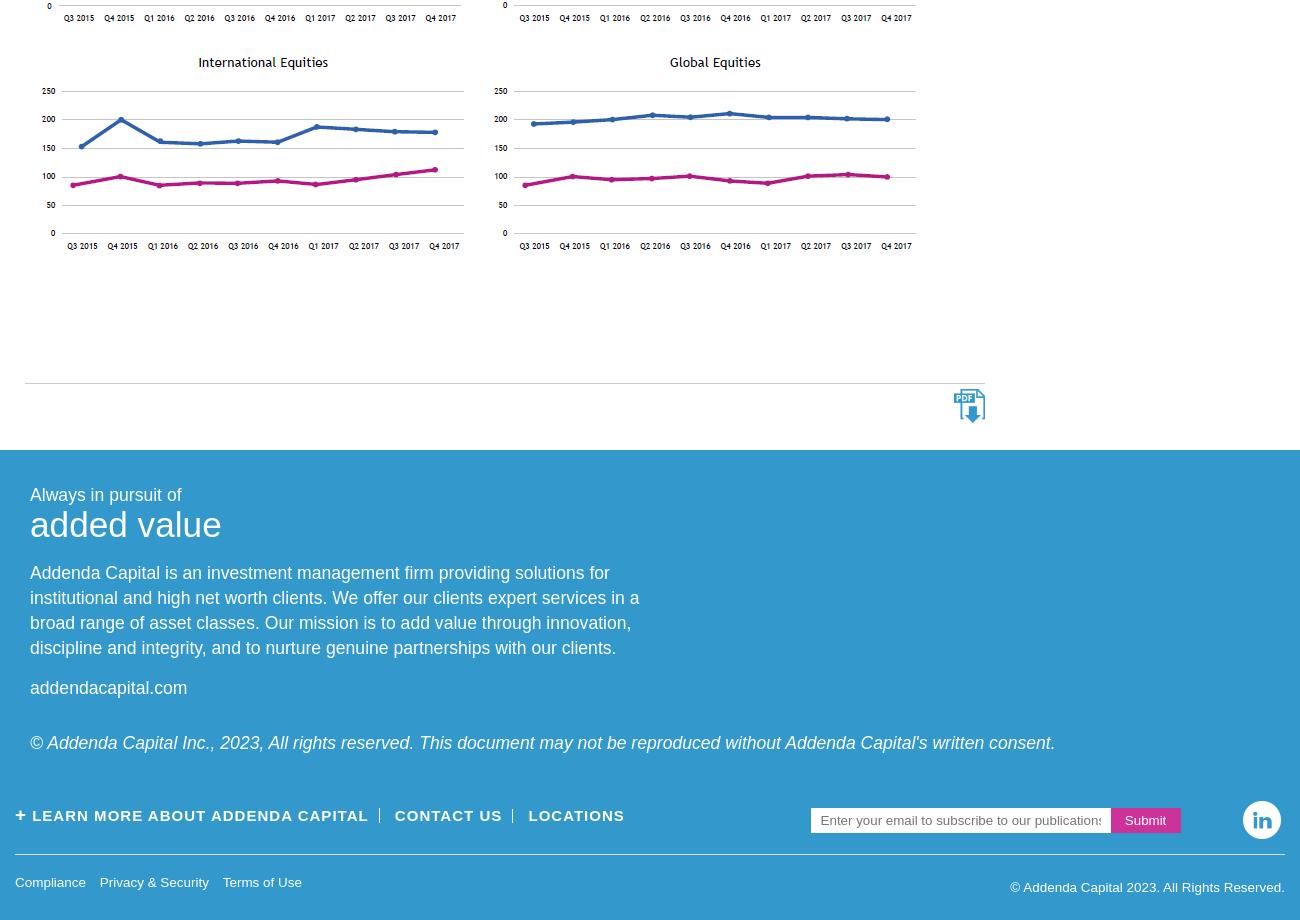  I want to click on '© Addenda Capital Inc., 2023, All rights reserved.  This document may not be reproduced without Addenda Capital's written consent.', so click(541, 742).